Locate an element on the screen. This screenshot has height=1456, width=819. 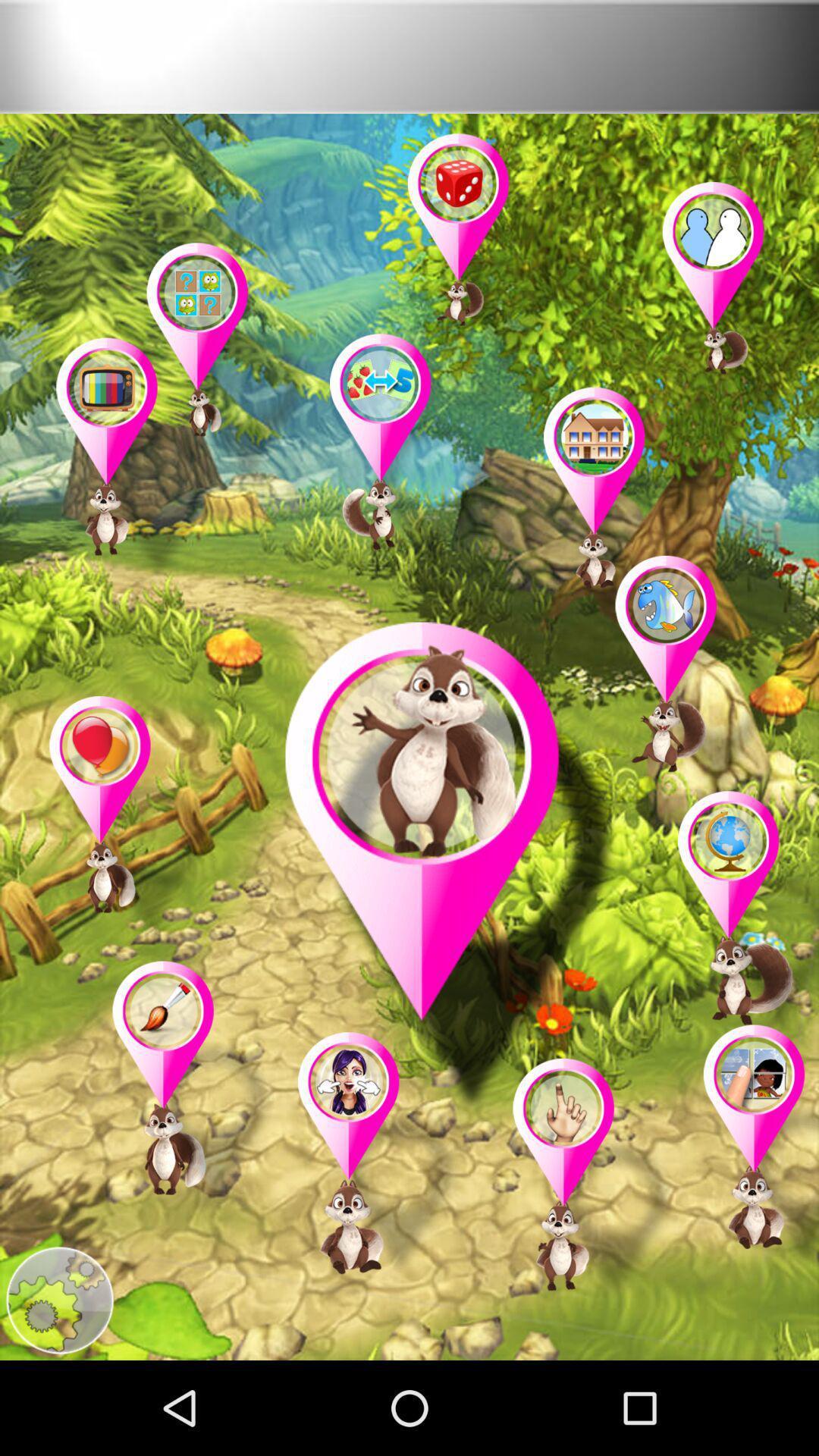
game is located at coordinates (753, 1150).